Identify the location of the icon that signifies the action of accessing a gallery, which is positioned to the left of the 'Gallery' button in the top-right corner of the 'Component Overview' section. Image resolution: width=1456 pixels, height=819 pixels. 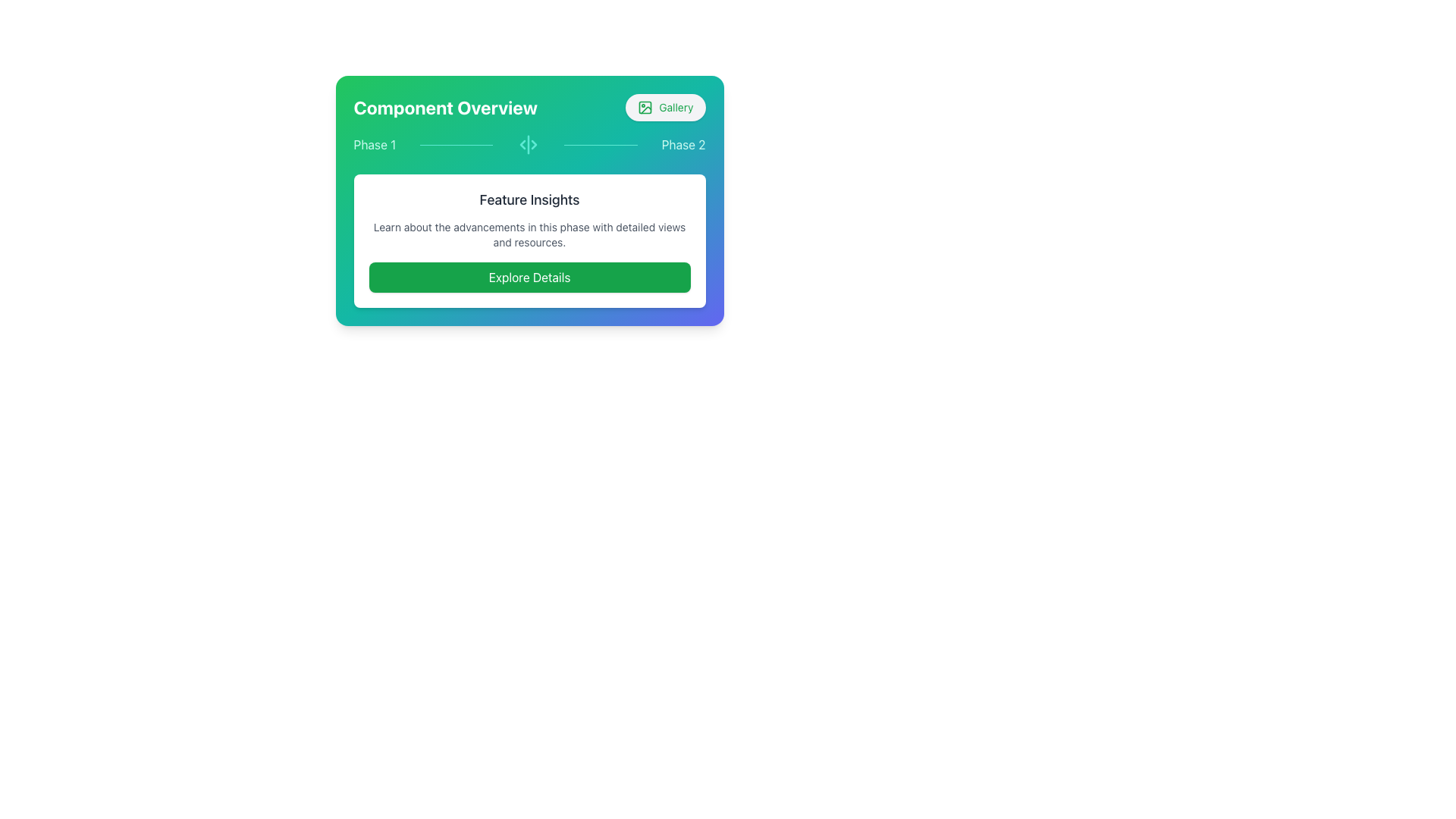
(645, 107).